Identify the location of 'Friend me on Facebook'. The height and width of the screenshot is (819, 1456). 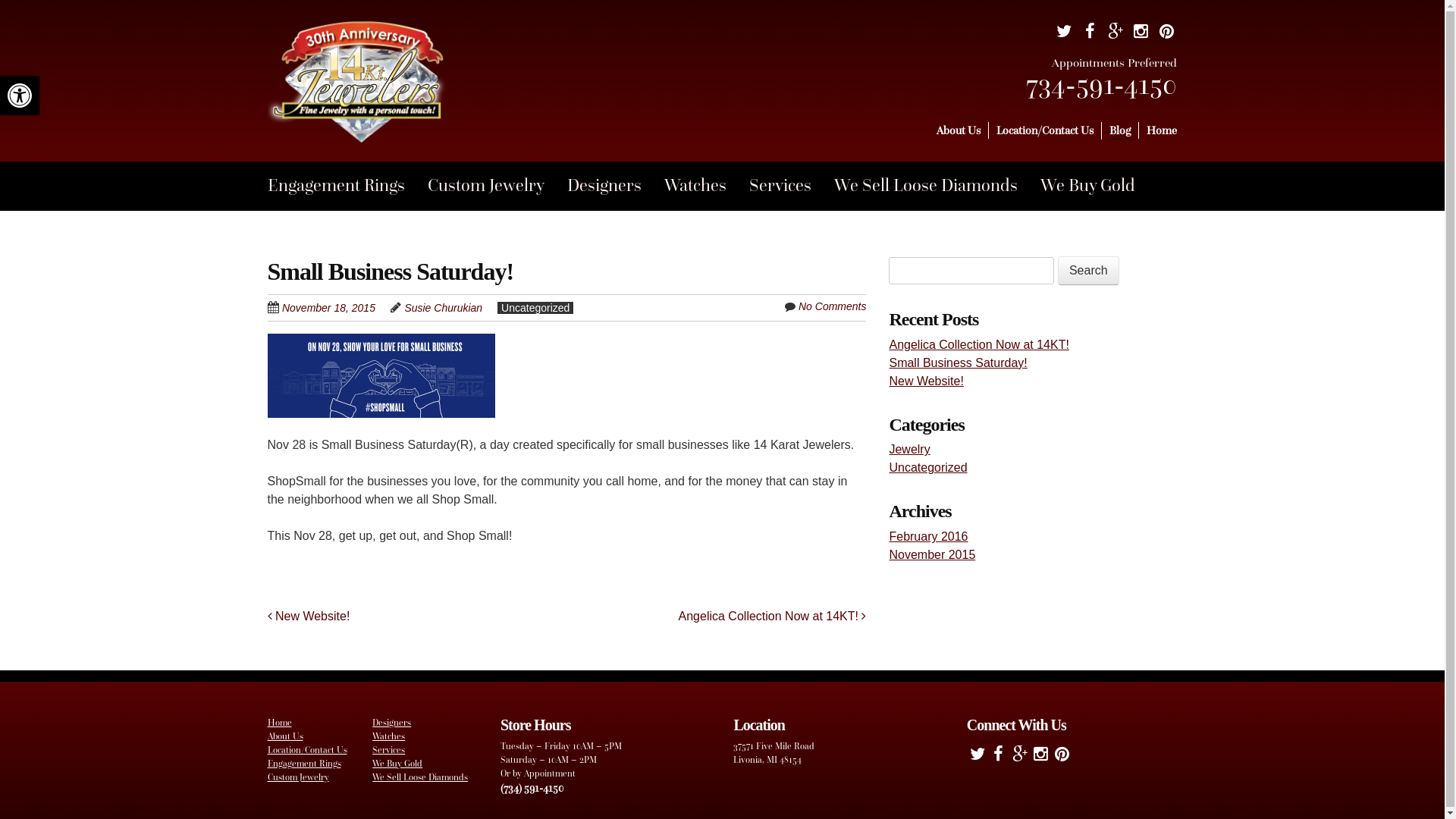
(998, 757).